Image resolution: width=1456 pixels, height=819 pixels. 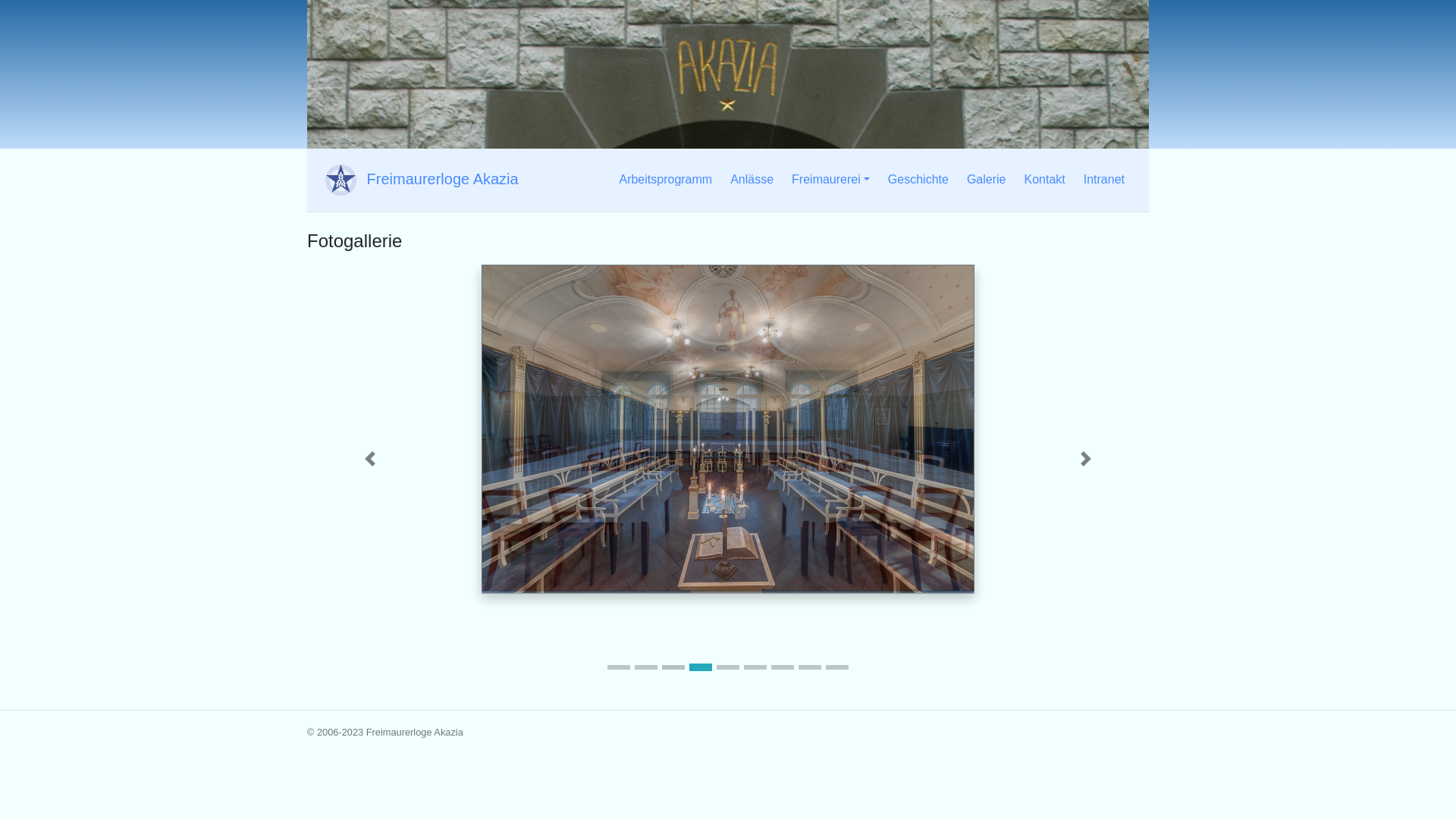 I want to click on 'Galerie', so click(x=986, y=178).